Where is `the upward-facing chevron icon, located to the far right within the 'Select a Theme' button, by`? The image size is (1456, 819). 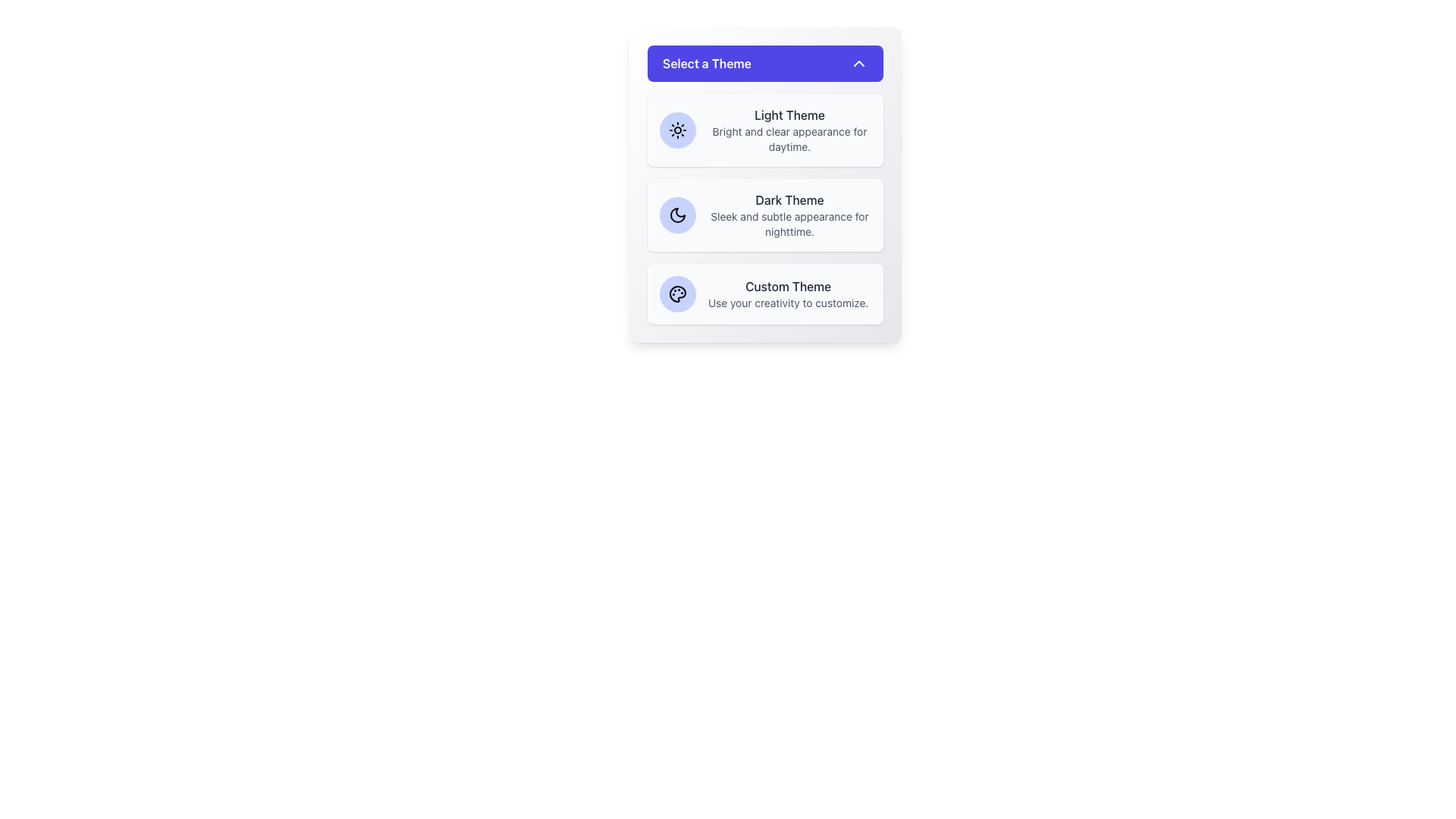
the upward-facing chevron icon, located to the far right within the 'Select a Theme' button, by is located at coordinates (858, 63).